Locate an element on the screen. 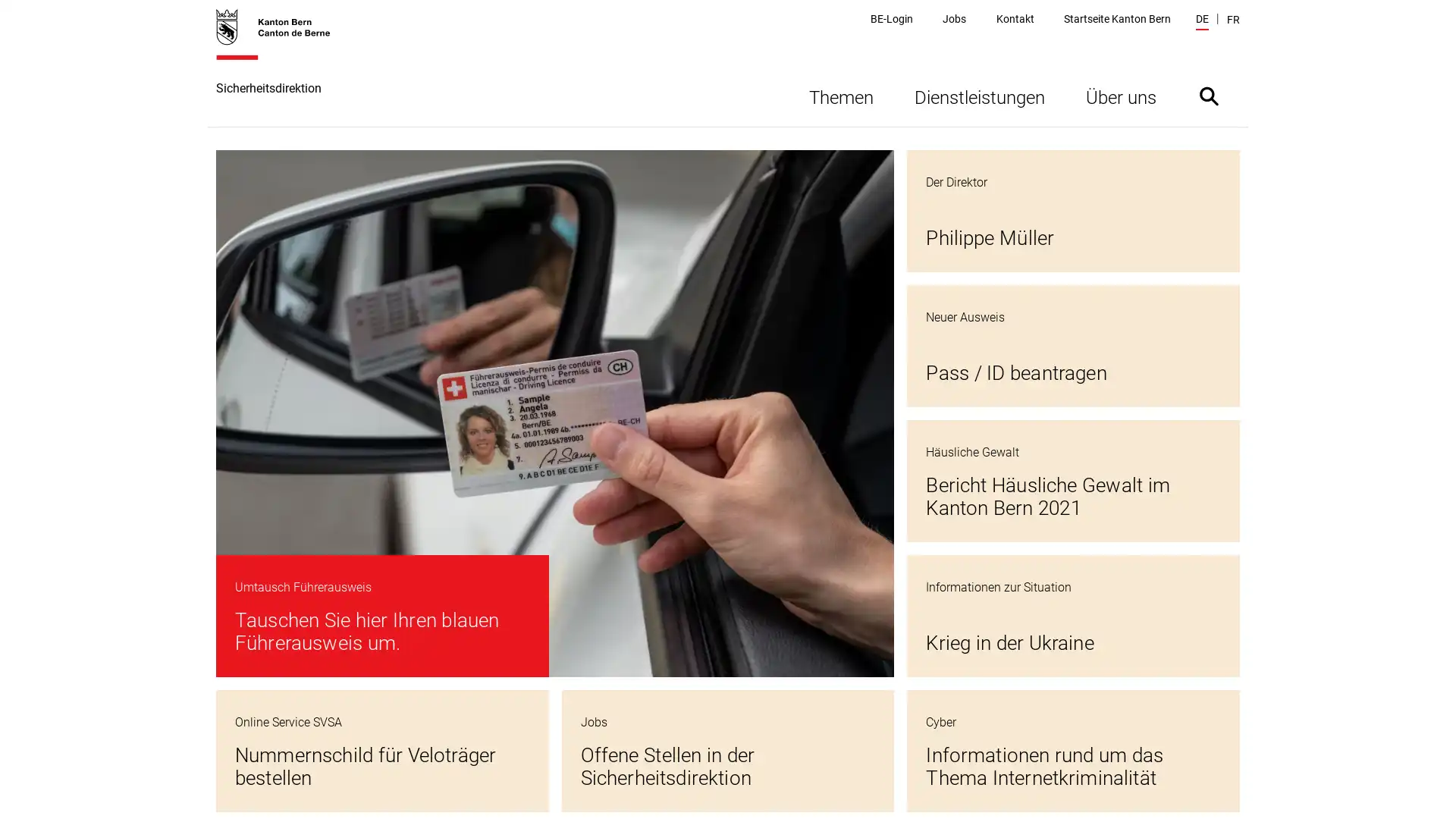  Uber uns is located at coordinates (1121, 97).